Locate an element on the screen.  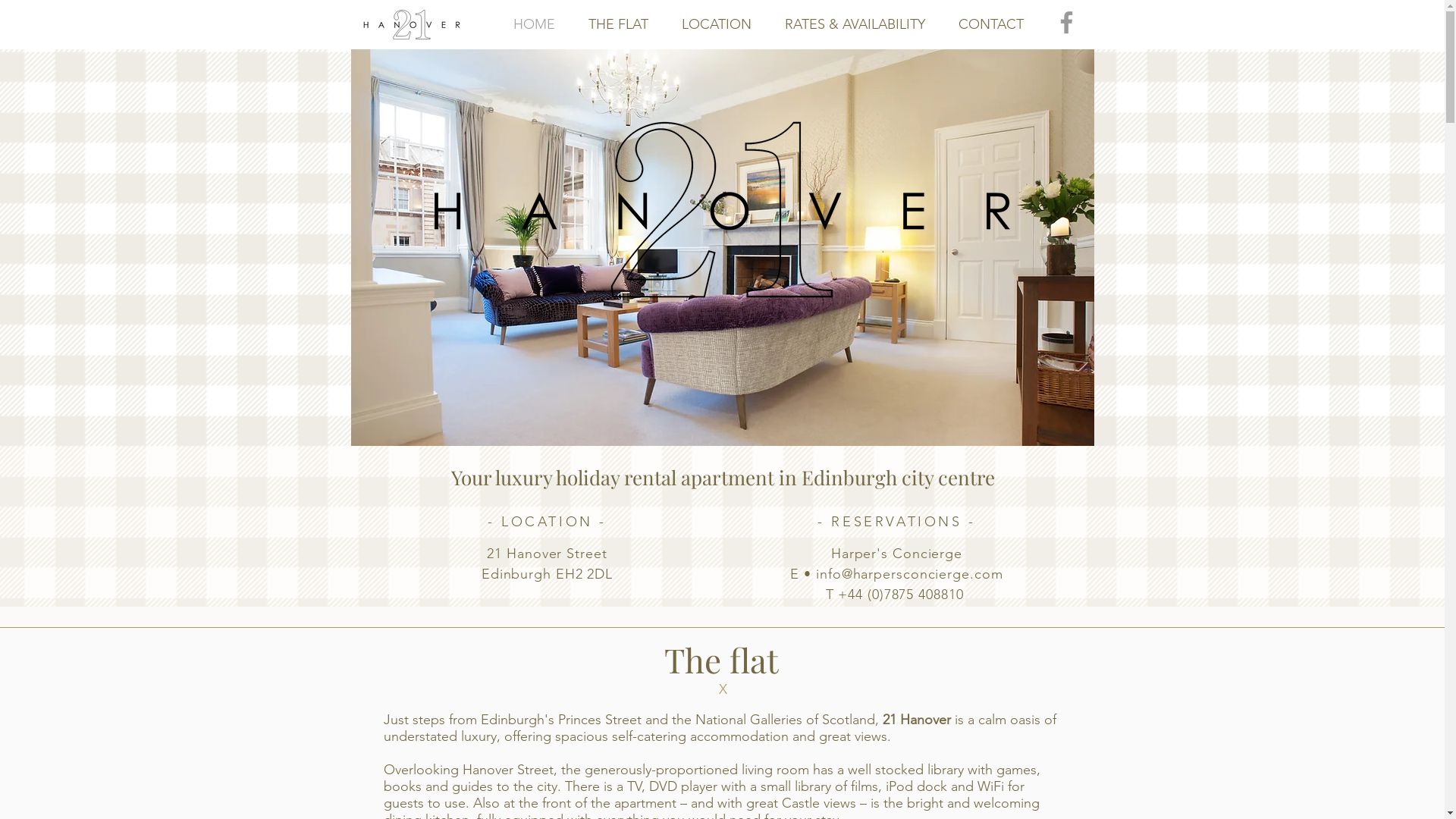
'HOME' is located at coordinates (533, 24).